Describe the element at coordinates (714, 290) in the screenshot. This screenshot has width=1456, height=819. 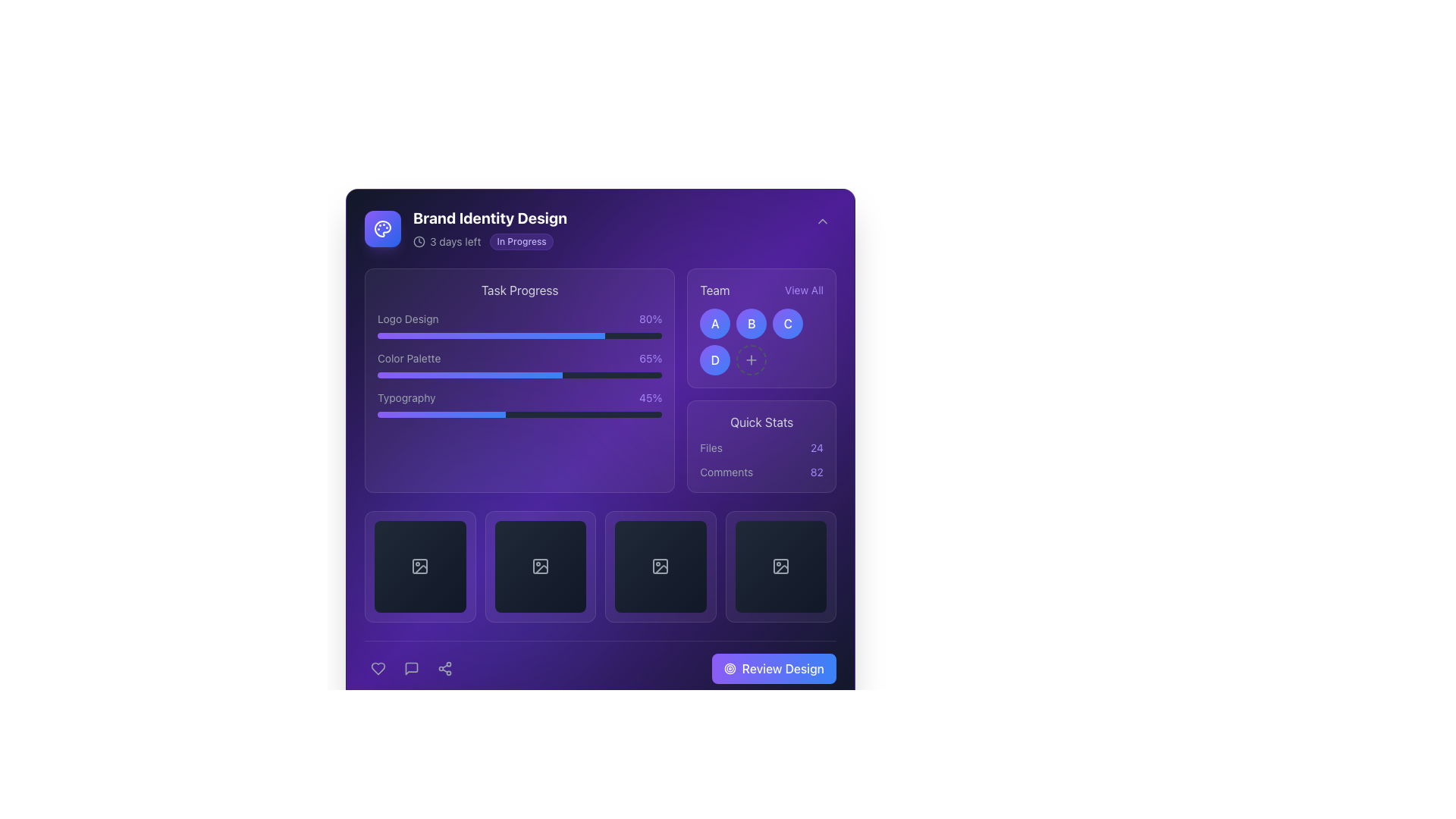
I see `the text label that serves as a title or heading for the team members section, located in the upper-right corner of the interface, to the left of the 'View All' interactive text` at that location.